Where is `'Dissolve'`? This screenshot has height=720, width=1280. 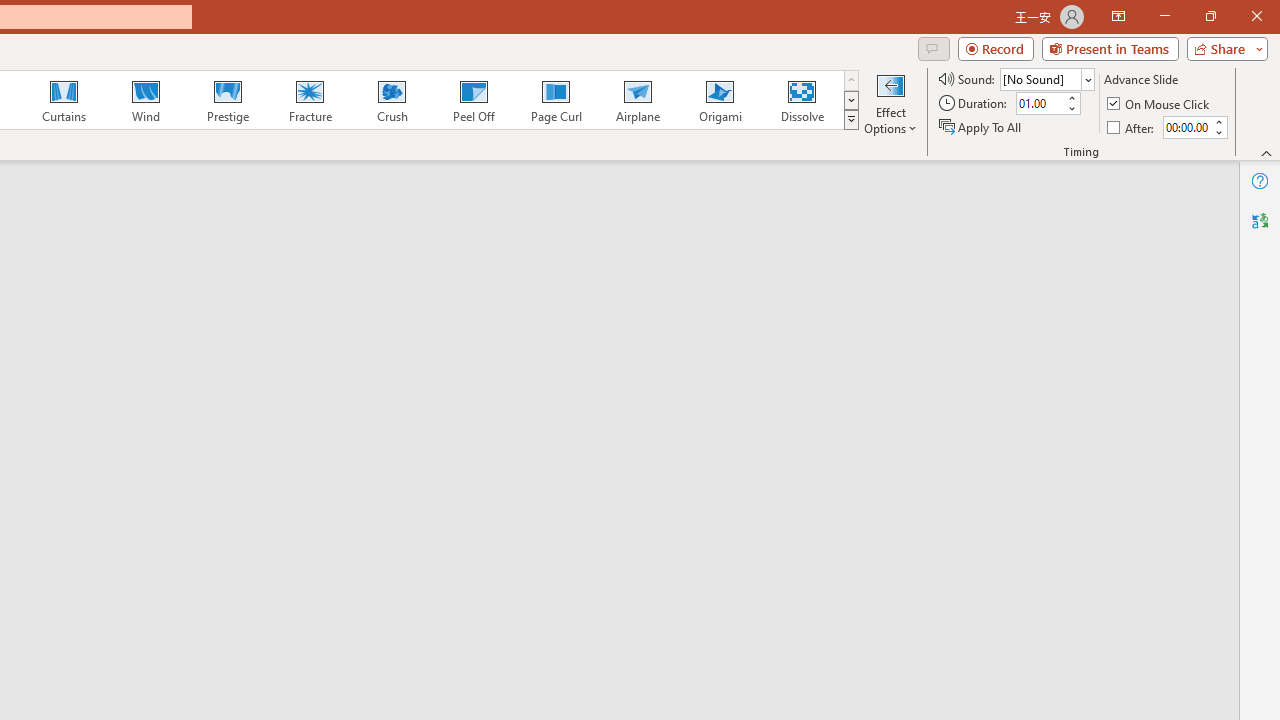 'Dissolve' is located at coordinates (802, 100).